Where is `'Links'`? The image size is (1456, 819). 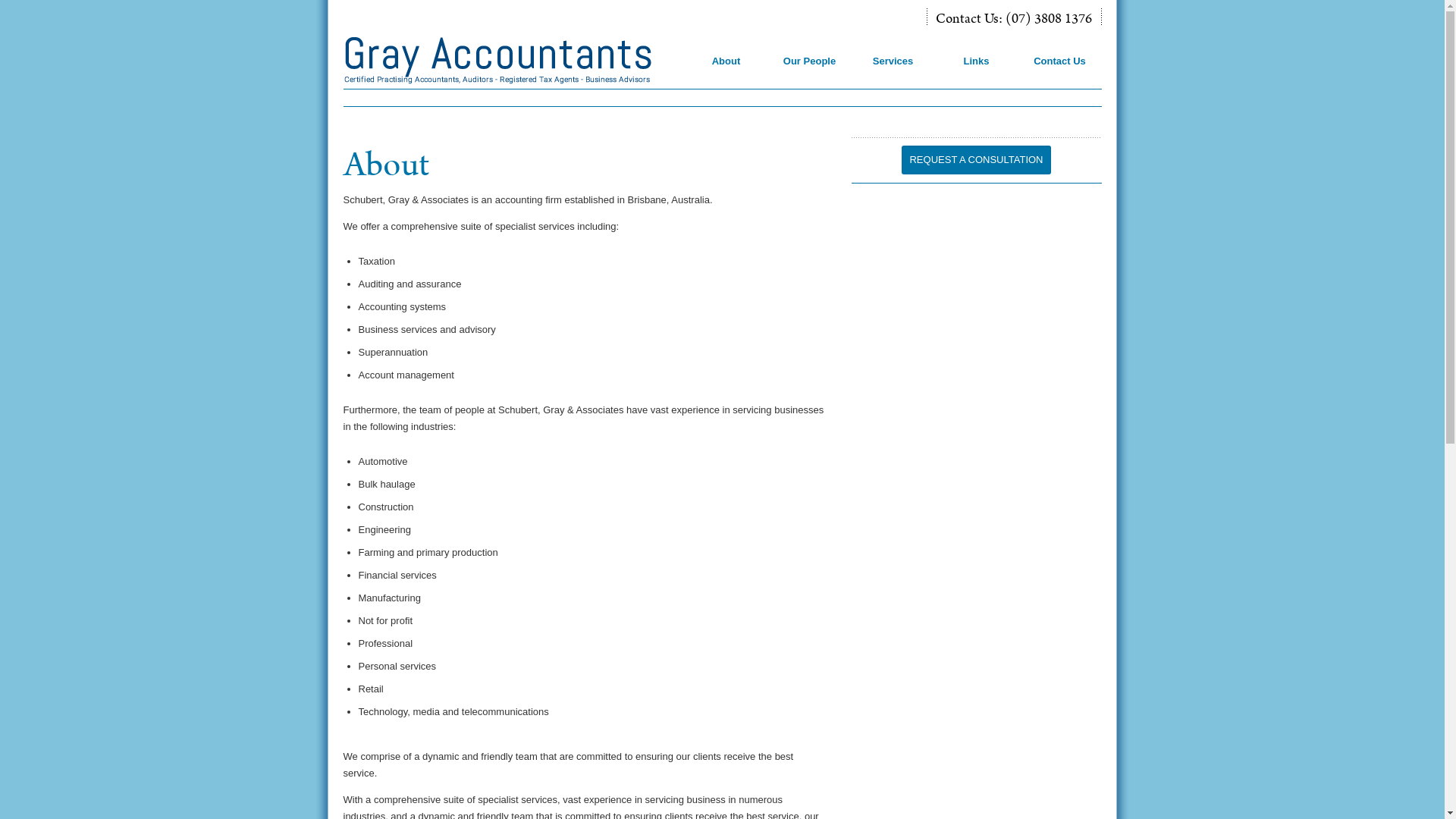
'Links' is located at coordinates (977, 72).